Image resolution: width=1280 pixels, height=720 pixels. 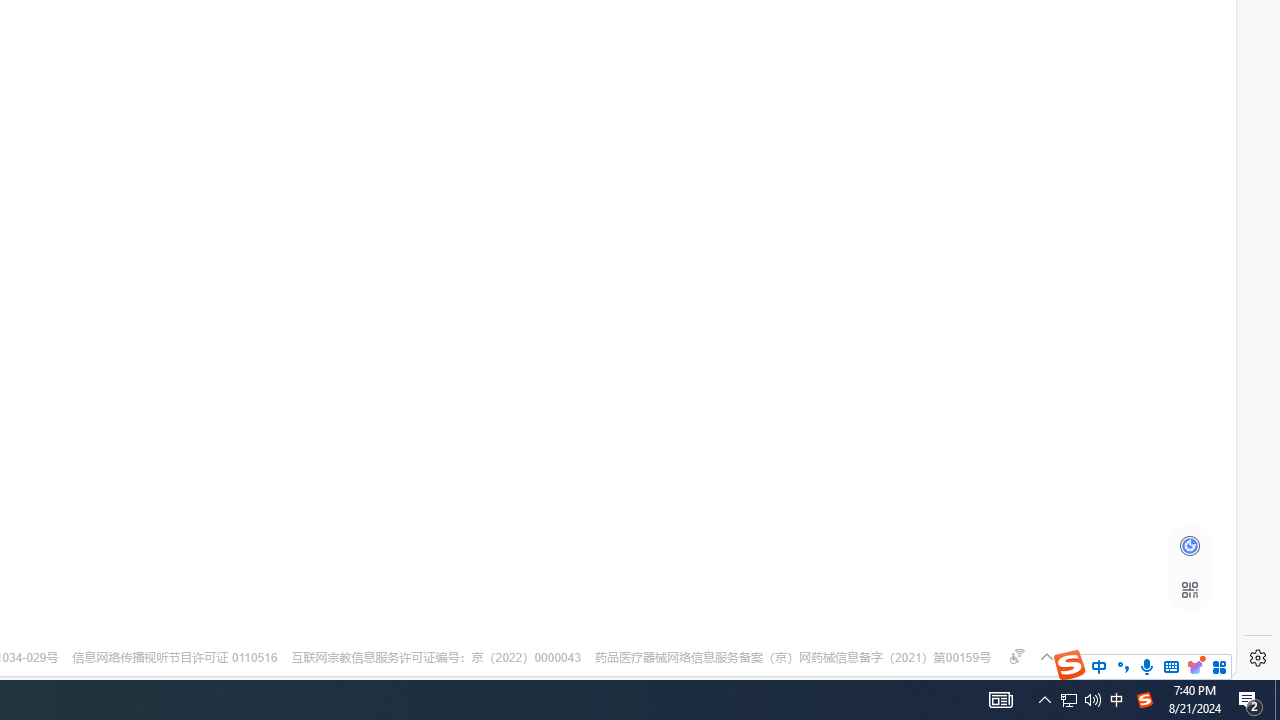 I want to click on 'Class: icon', so click(x=1189, y=589).